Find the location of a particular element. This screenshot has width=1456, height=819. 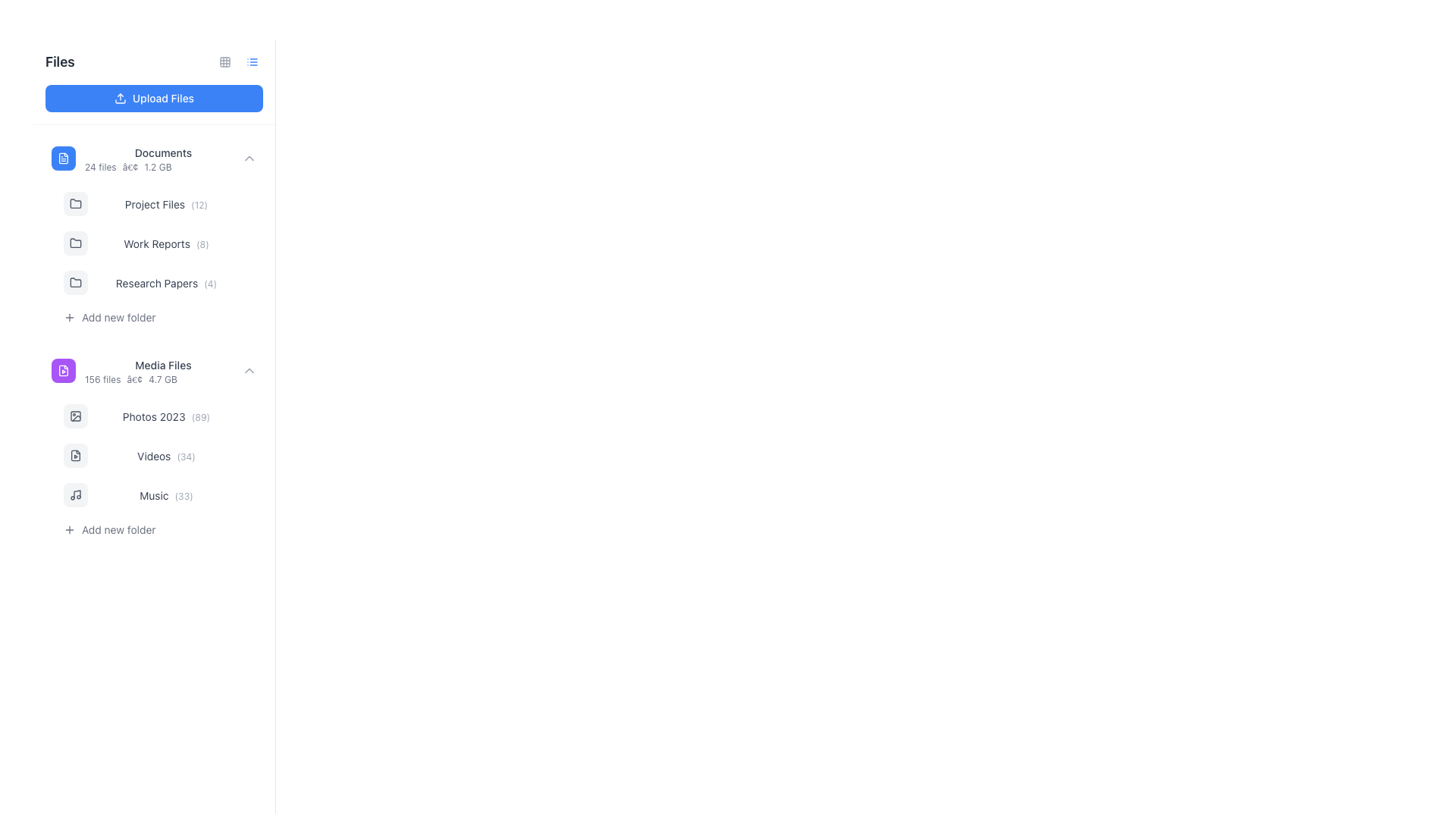

the 'Project Files' text label located on the left-side panel under the 'Documents' section, which displays a count of '(12)' is located at coordinates (155, 203).